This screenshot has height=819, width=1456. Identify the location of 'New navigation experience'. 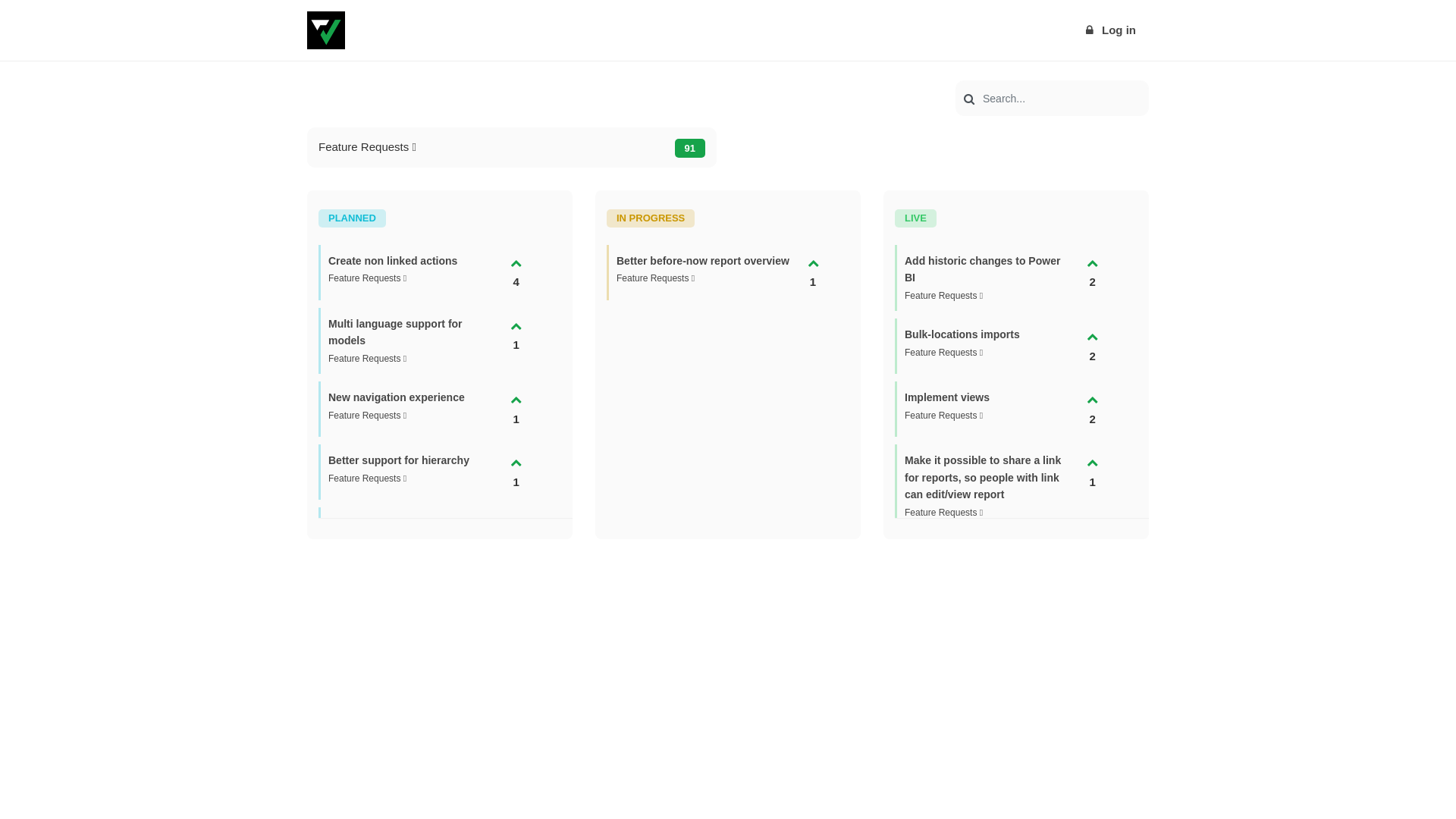
(397, 397).